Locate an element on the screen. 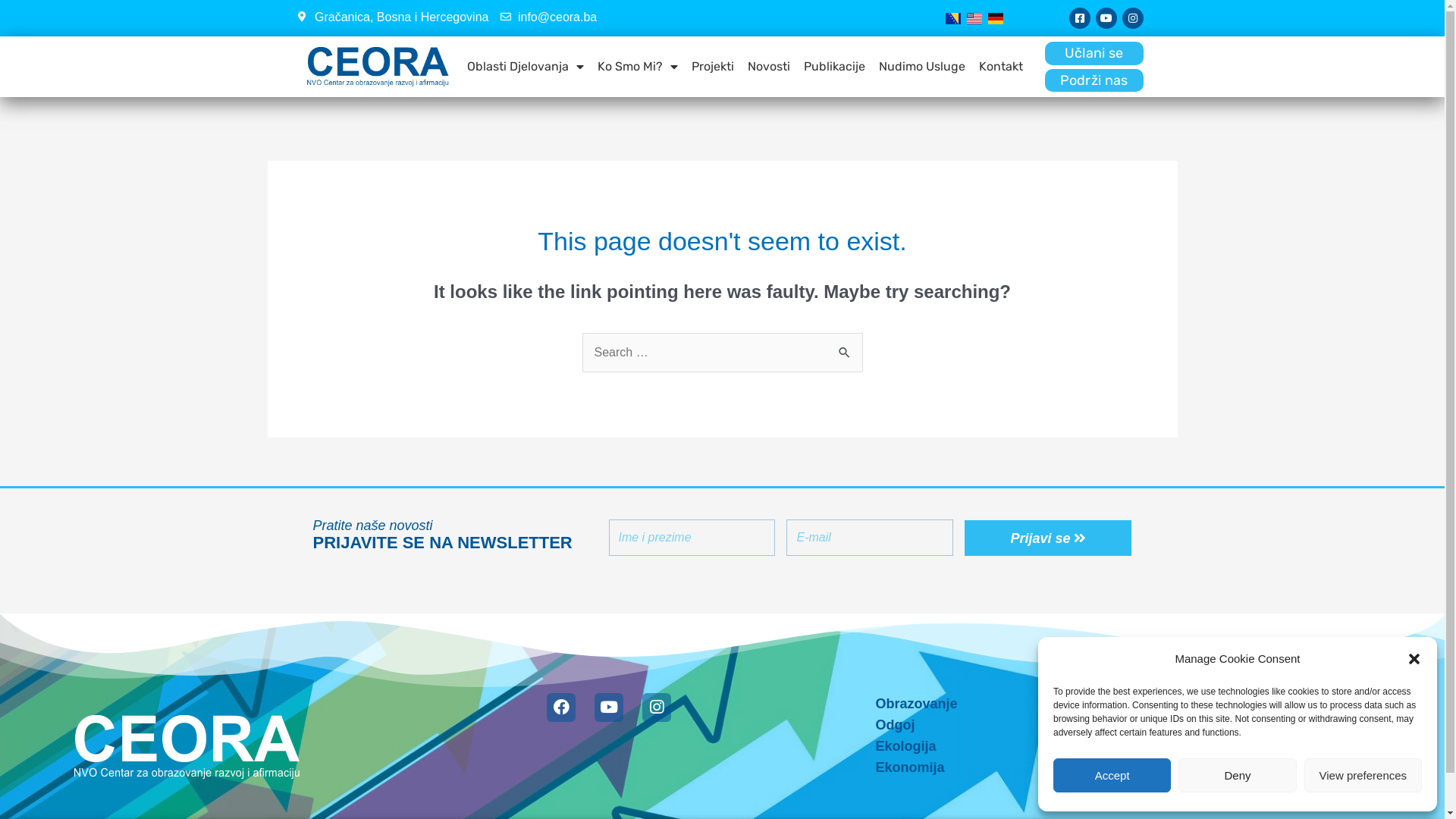 The image size is (1456, 819). 'Ekologija' is located at coordinates (859, 745).